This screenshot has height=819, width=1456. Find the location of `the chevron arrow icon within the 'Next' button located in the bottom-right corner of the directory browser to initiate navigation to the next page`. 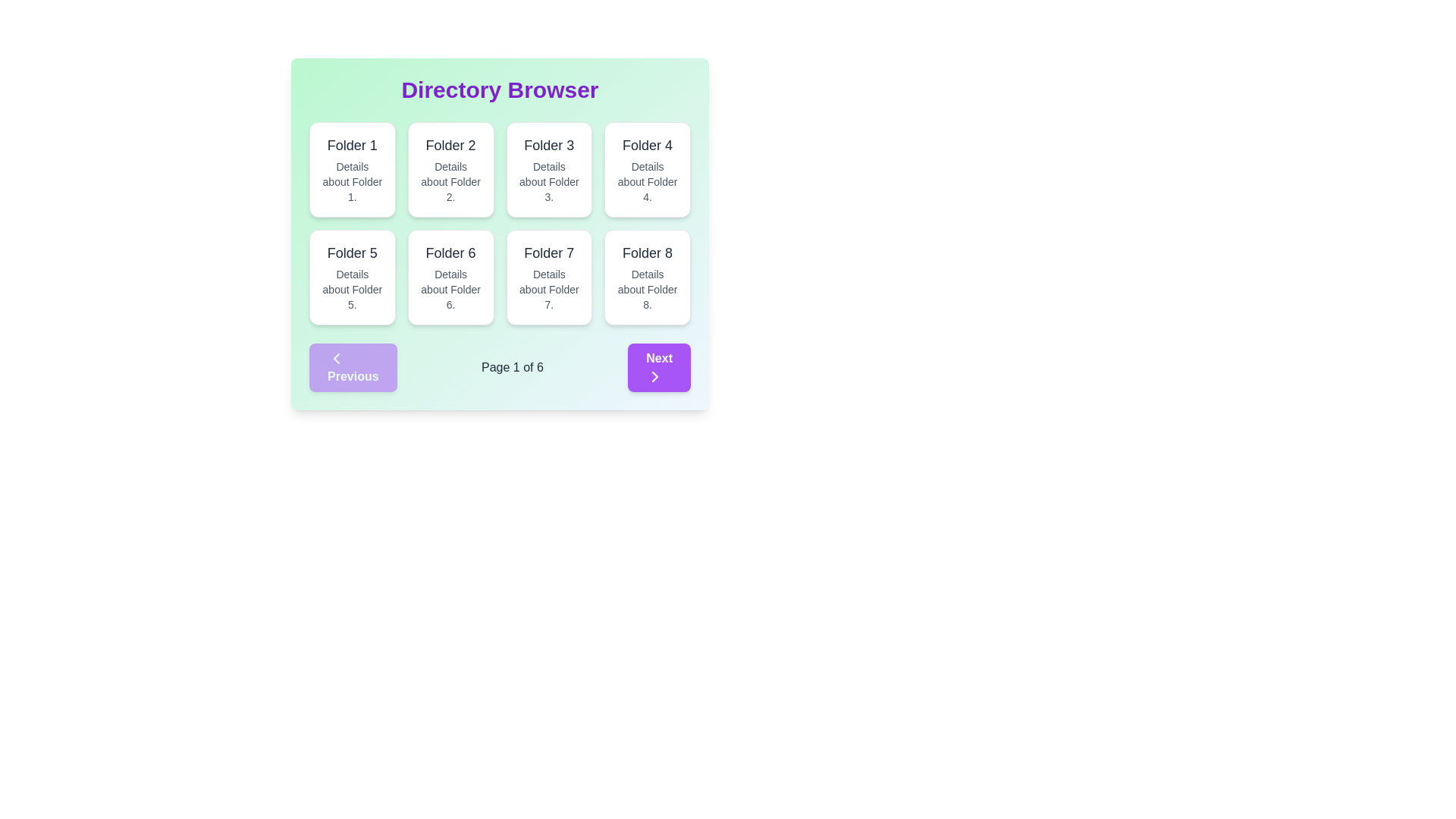

the chevron arrow icon within the 'Next' button located in the bottom-right corner of the directory browser to initiate navigation to the next page is located at coordinates (655, 376).